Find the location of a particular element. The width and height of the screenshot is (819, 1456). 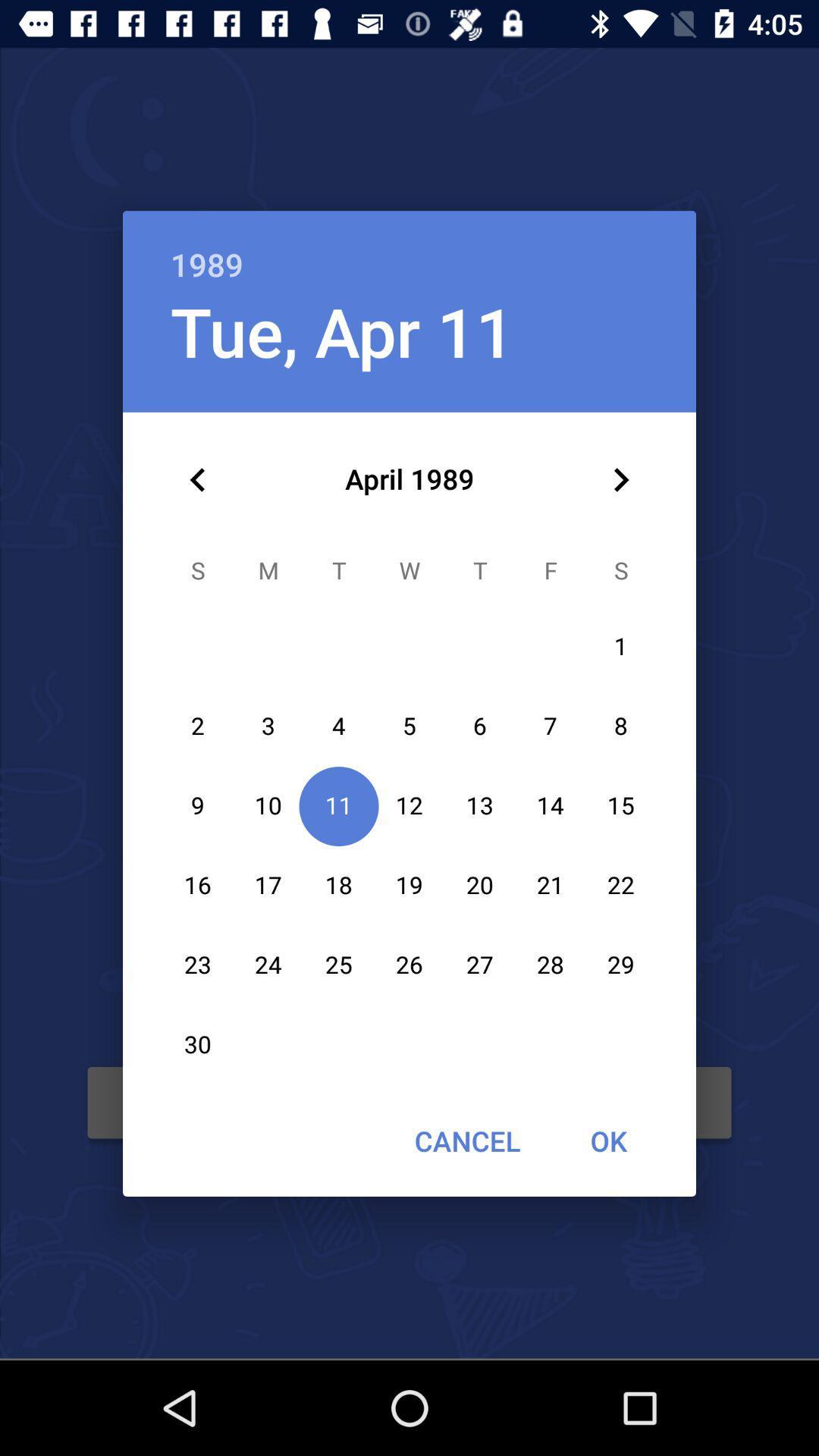

the 1989 icon is located at coordinates (409, 248).